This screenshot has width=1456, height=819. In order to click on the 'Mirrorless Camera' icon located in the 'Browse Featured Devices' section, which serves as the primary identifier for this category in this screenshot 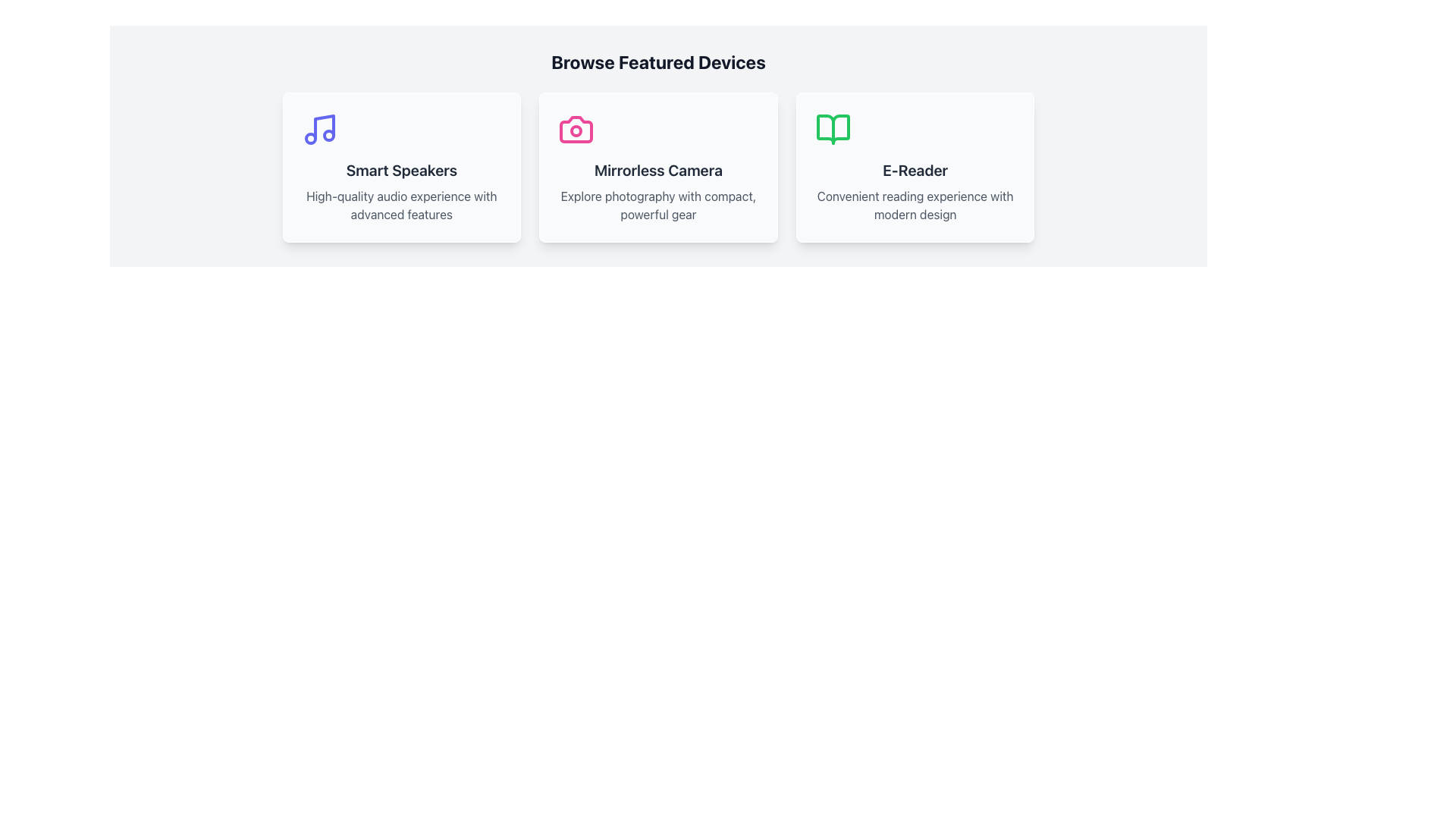, I will do `click(576, 128)`.